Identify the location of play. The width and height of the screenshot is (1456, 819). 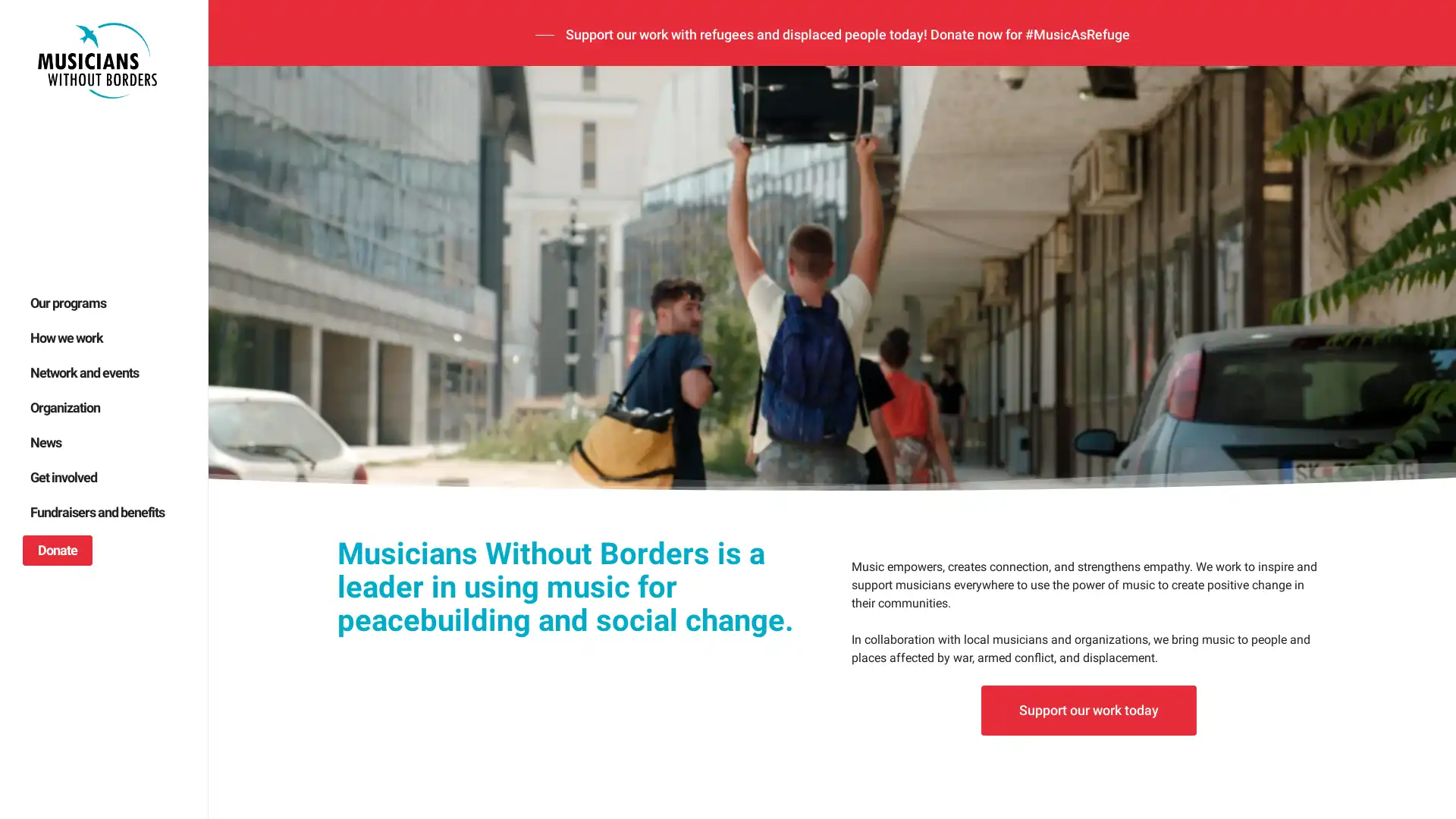
(243, 601).